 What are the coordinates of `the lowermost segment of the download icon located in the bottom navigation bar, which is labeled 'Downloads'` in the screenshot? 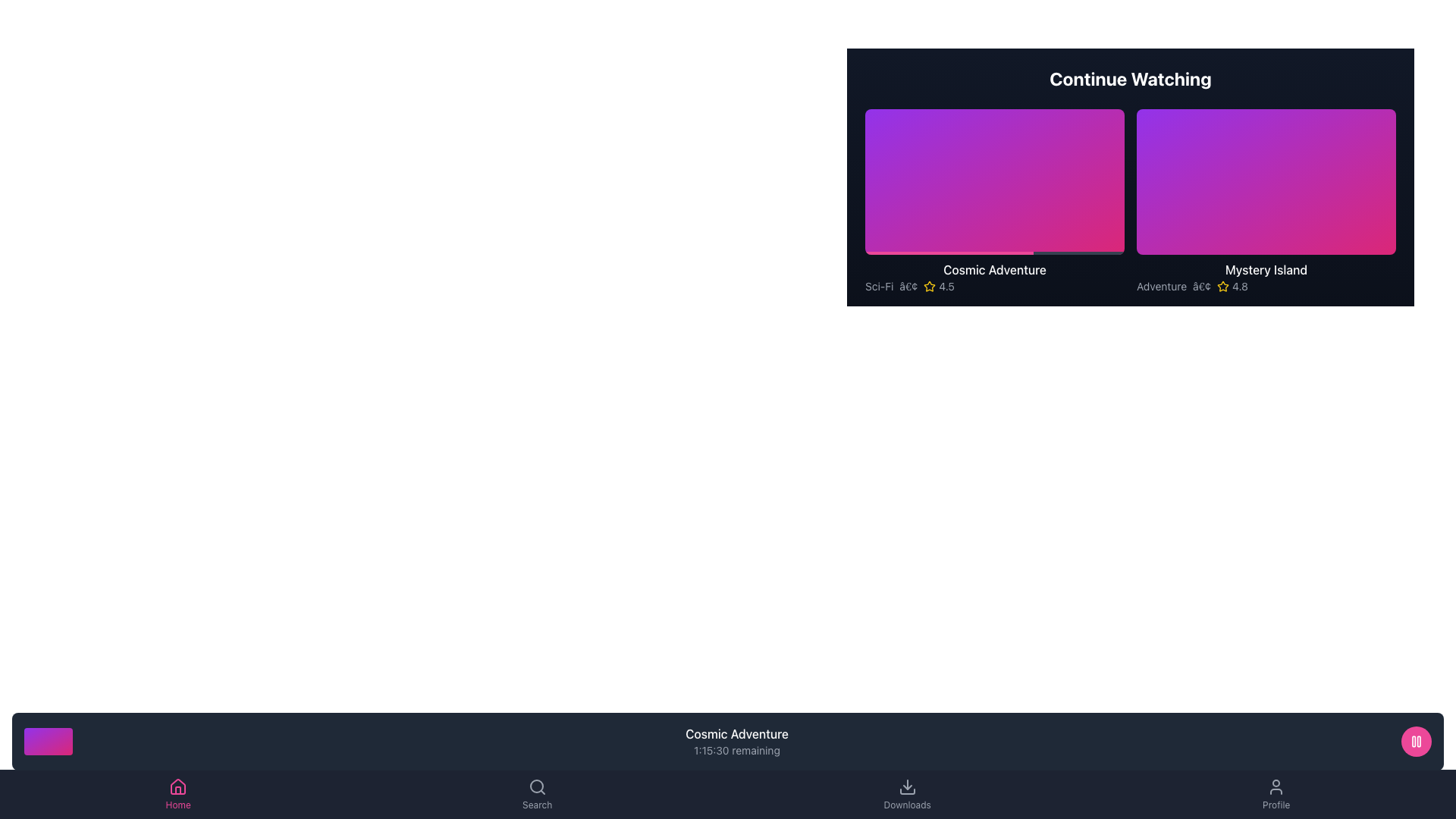 It's located at (907, 791).